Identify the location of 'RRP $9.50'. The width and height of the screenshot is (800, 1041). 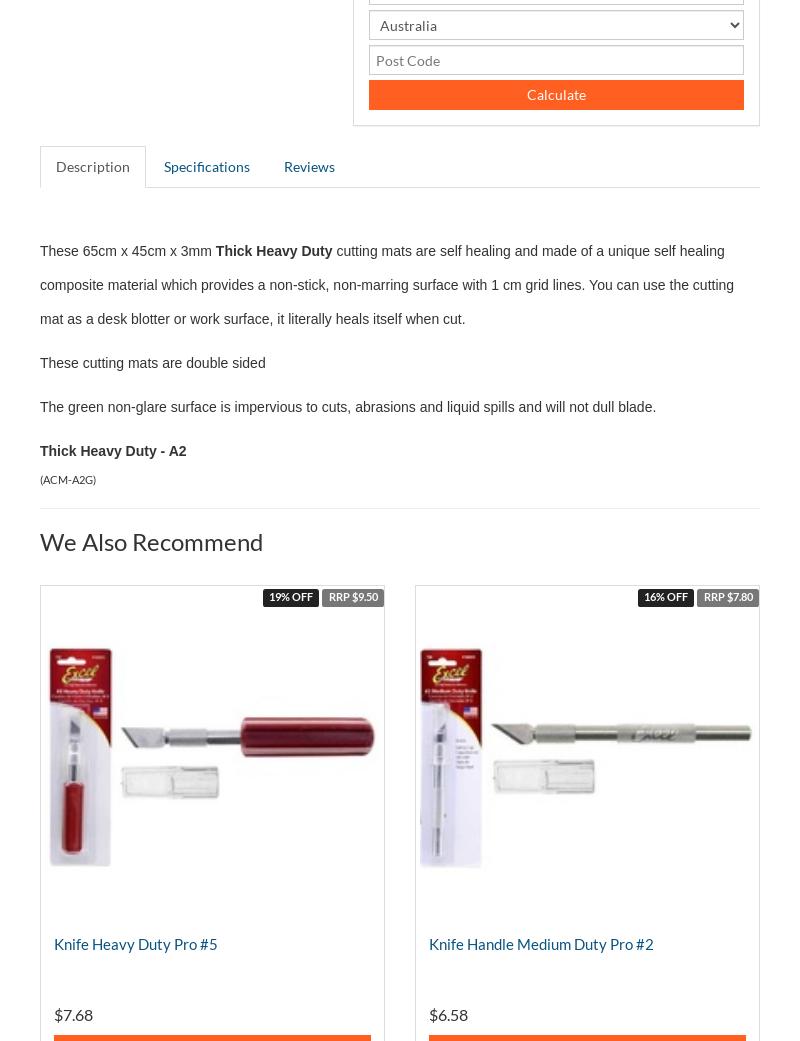
(352, 597).